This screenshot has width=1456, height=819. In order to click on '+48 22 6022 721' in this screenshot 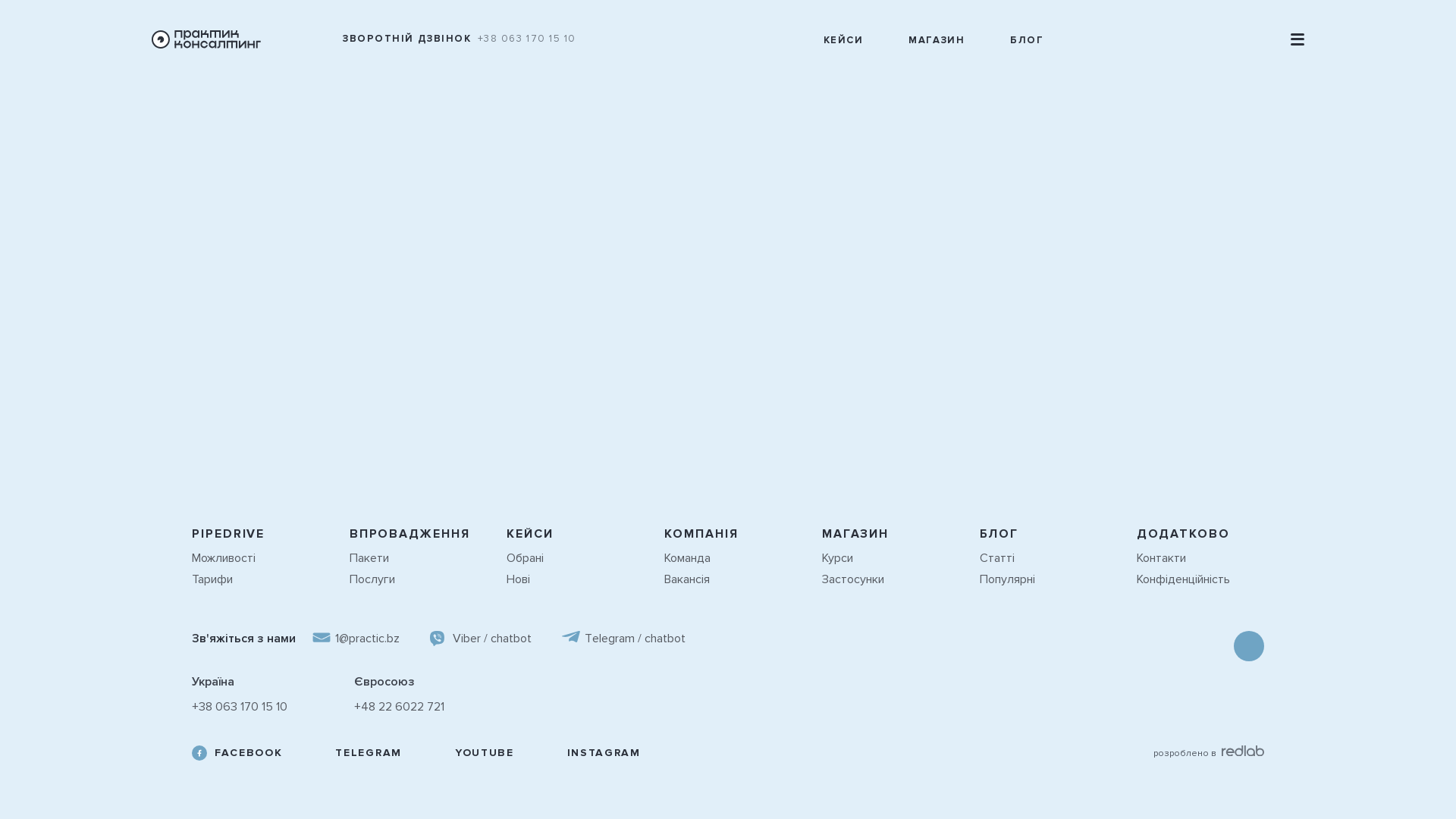, I will do `click(399, 707)`.